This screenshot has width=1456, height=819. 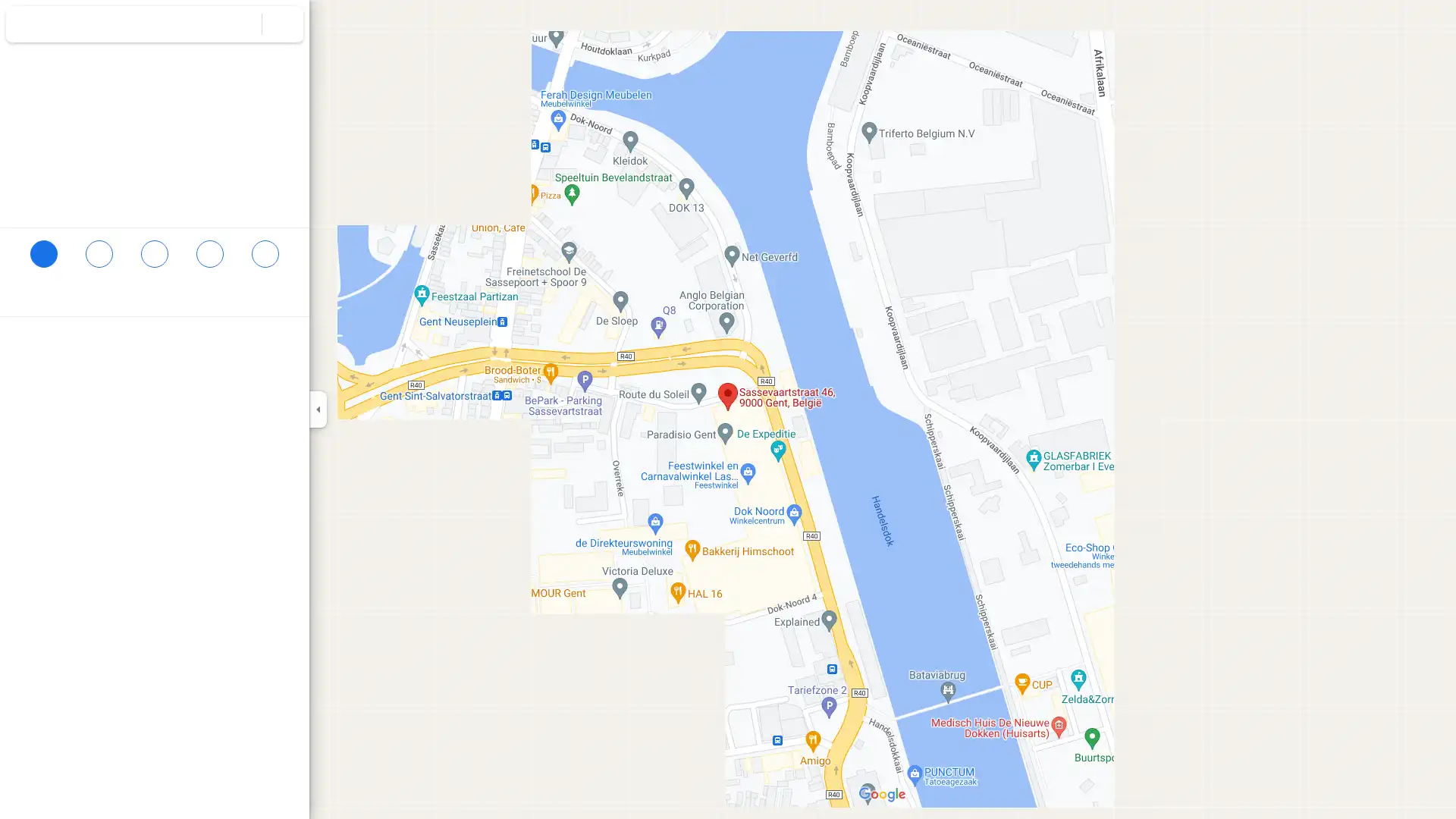 I want to click on Sassevaartstraat 46 opslaan in je lijsten, so click(x=98, y=259).